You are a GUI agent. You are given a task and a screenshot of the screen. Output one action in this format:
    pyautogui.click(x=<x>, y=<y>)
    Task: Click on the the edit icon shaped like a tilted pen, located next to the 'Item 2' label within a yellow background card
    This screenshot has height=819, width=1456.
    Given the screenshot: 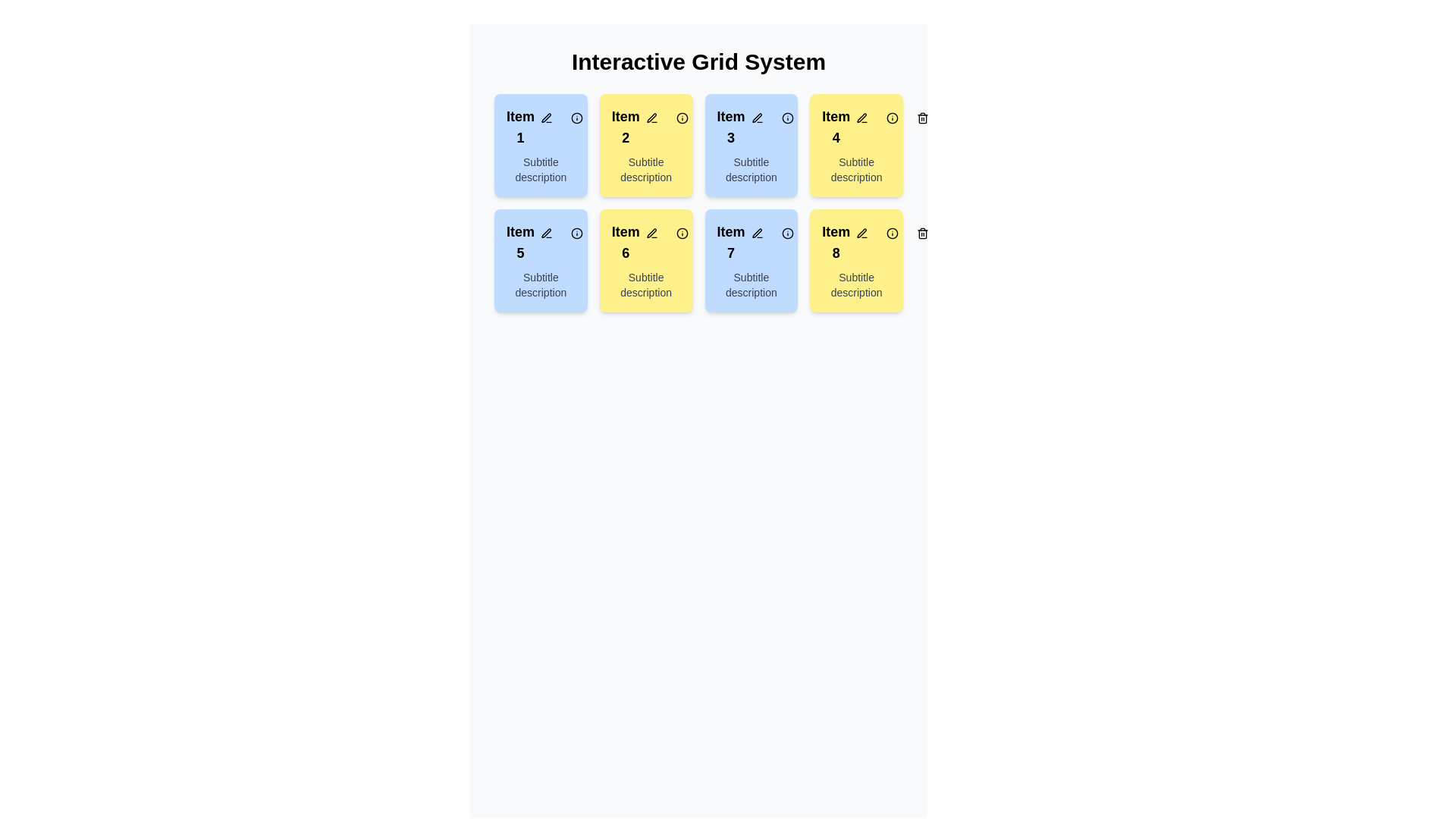 What is the action you would take?
    pyautogui.click(x=651, y=117)
    